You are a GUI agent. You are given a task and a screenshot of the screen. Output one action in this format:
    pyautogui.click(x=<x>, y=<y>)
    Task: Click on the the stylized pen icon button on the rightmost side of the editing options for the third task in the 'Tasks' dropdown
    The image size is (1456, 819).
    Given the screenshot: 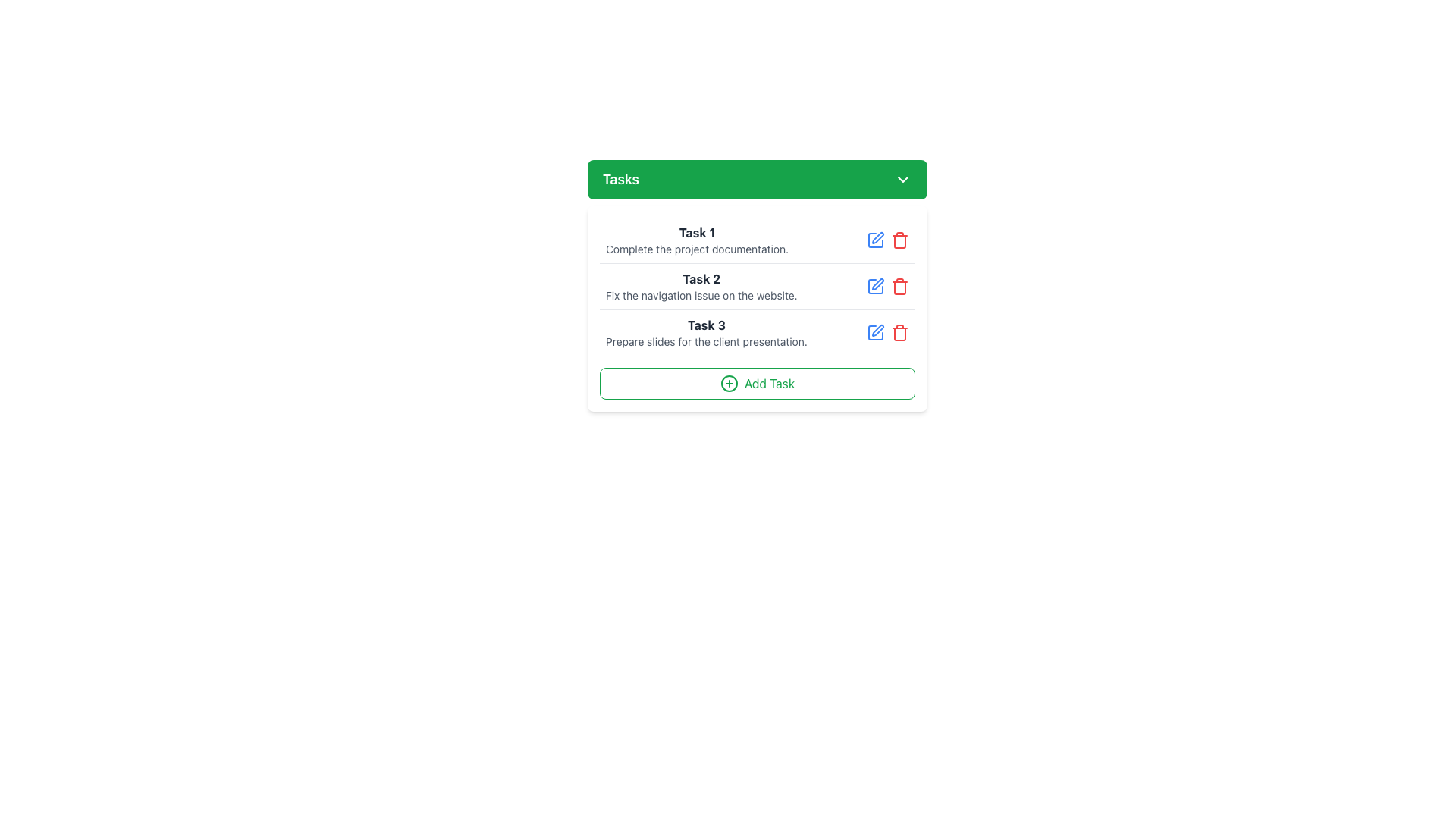 What is the action you would take?
    pyautogui.click(x=877, y=329)
    